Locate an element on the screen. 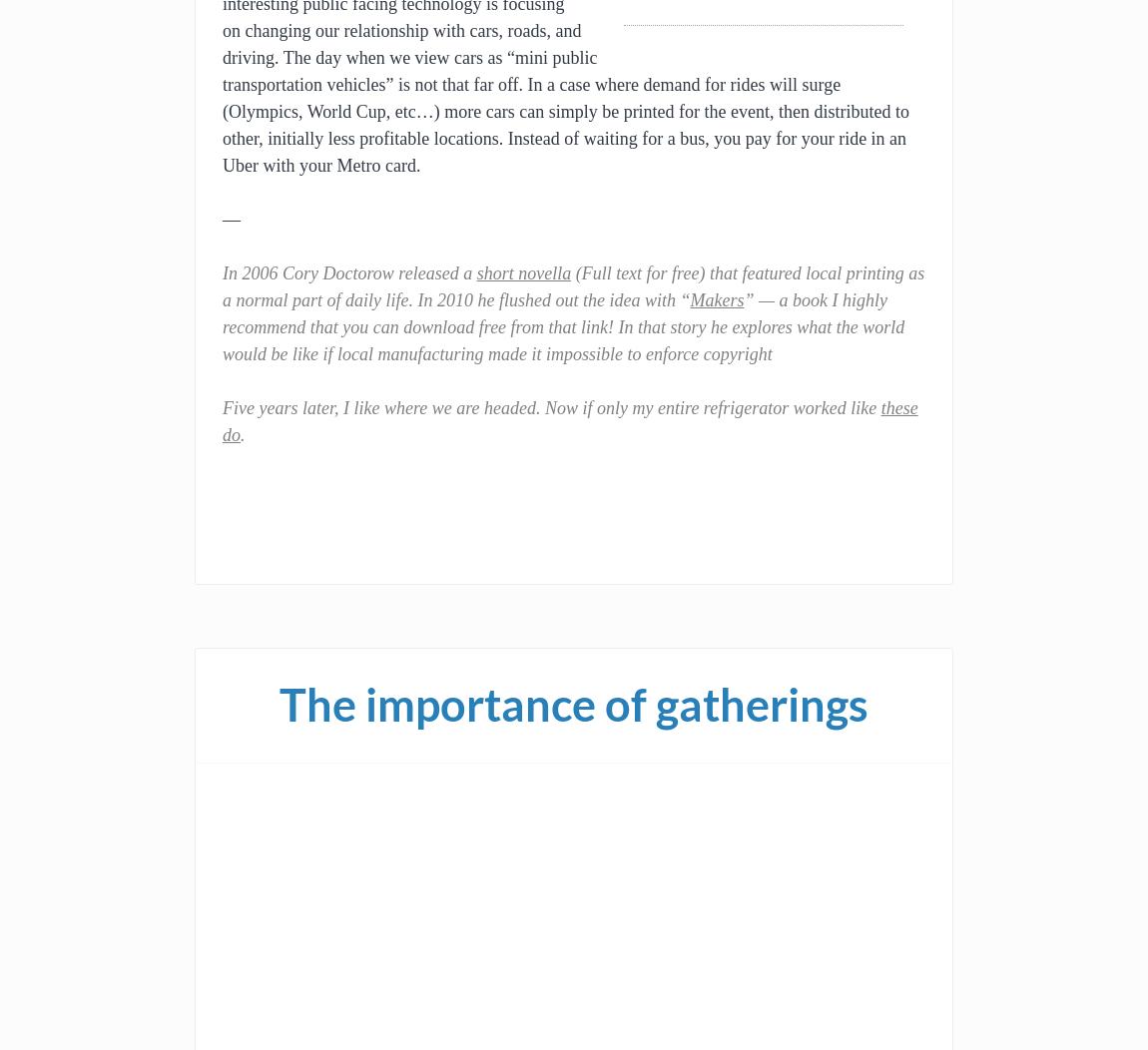 This screenshot has width=1148, height=1050. 'short novella' is located at coordinates (523, 273).